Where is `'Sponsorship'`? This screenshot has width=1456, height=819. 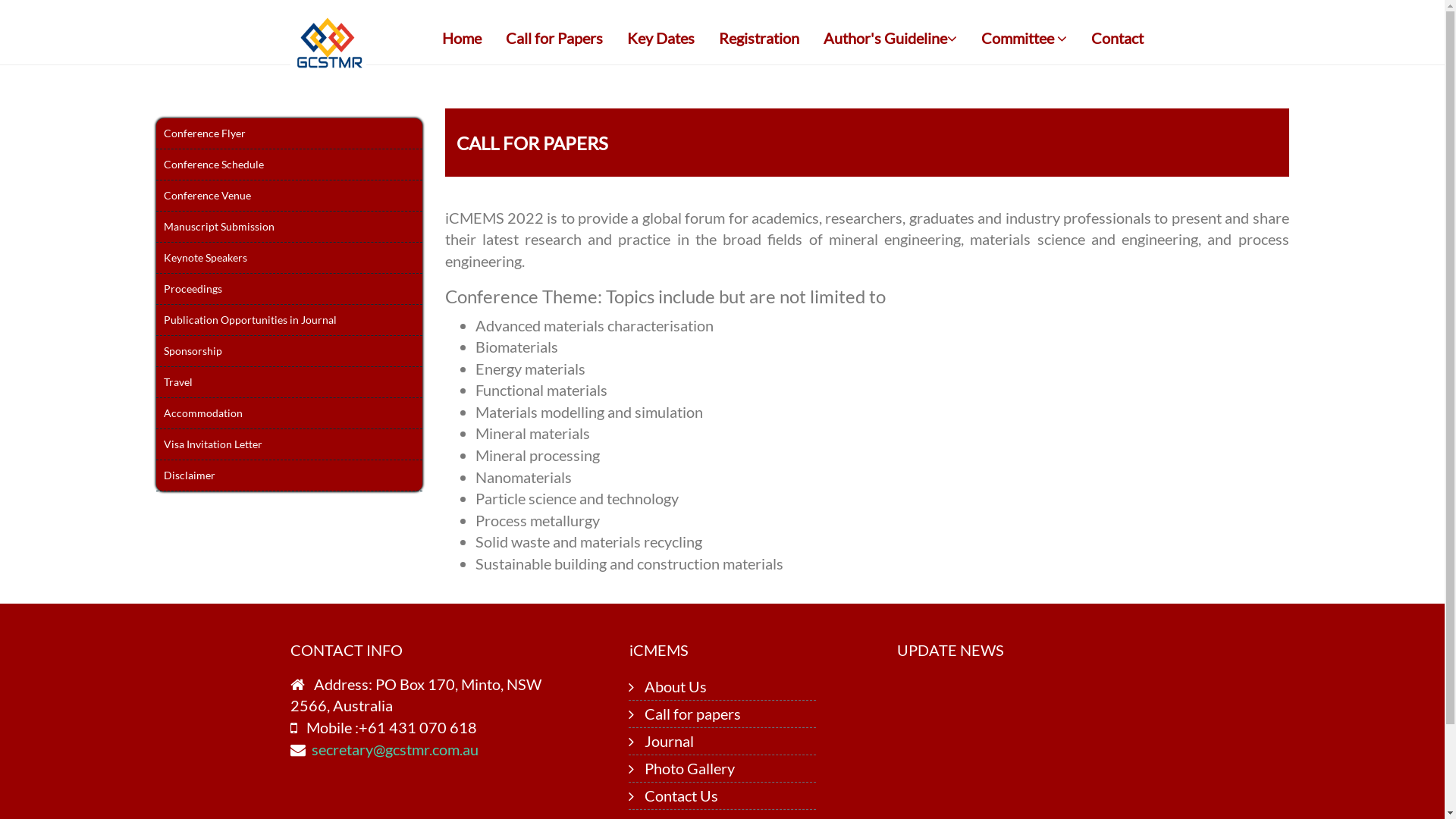
'Sponsorship' is located at coordinates (289, 351).